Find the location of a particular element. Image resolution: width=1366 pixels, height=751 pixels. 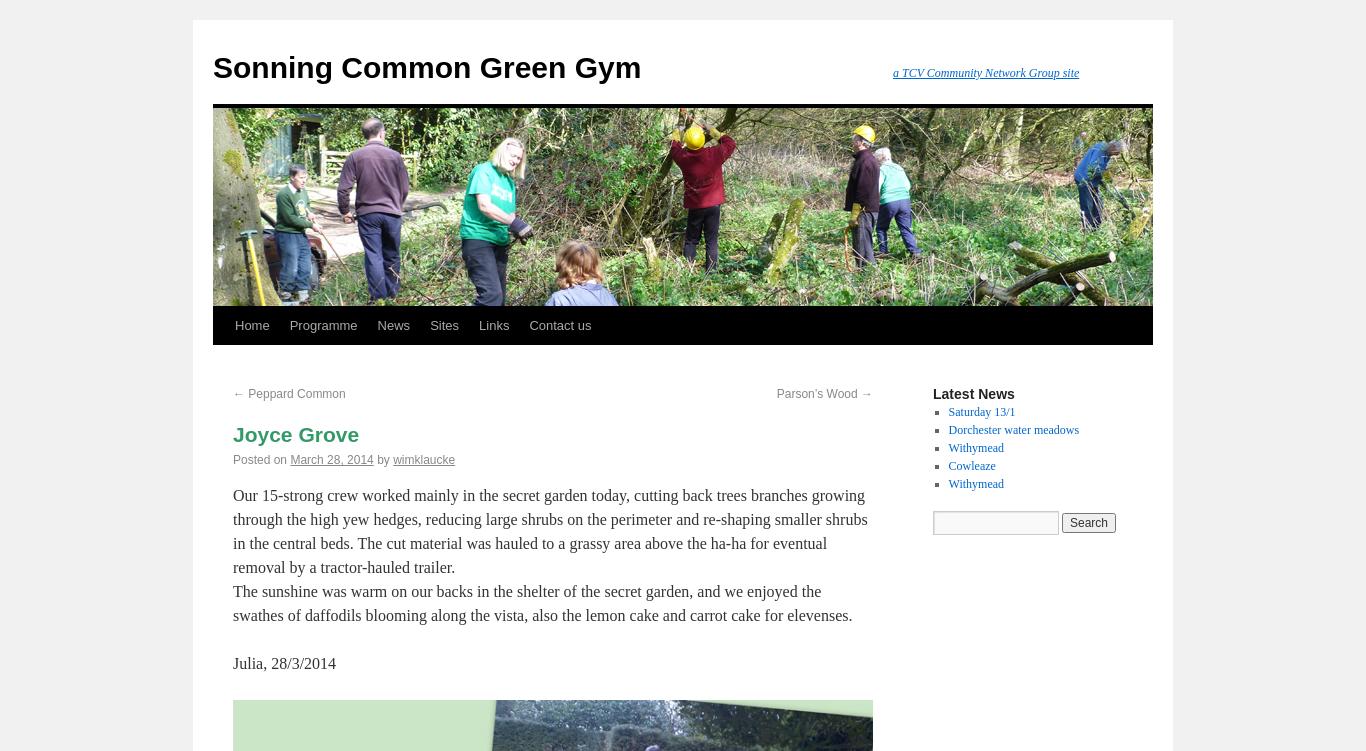

'wimklaucke' is located at coordinates (423, 459).